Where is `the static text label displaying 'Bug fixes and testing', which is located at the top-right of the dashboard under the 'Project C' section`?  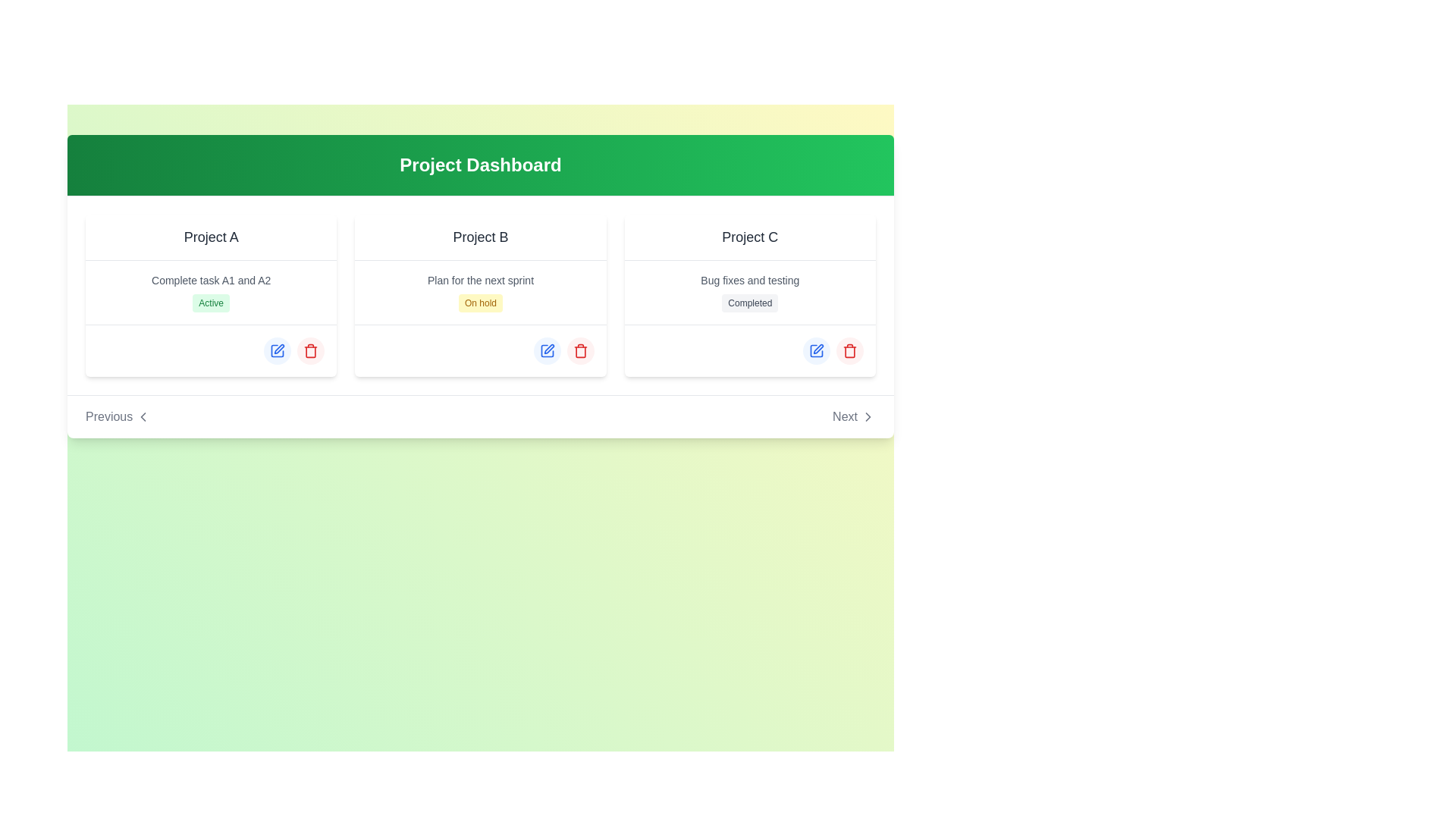
the static text label displaying 'Bug fixes and testing', which is located at the top-right of the dashboard under the 'Project C' section is located at coordinates (750, 281).